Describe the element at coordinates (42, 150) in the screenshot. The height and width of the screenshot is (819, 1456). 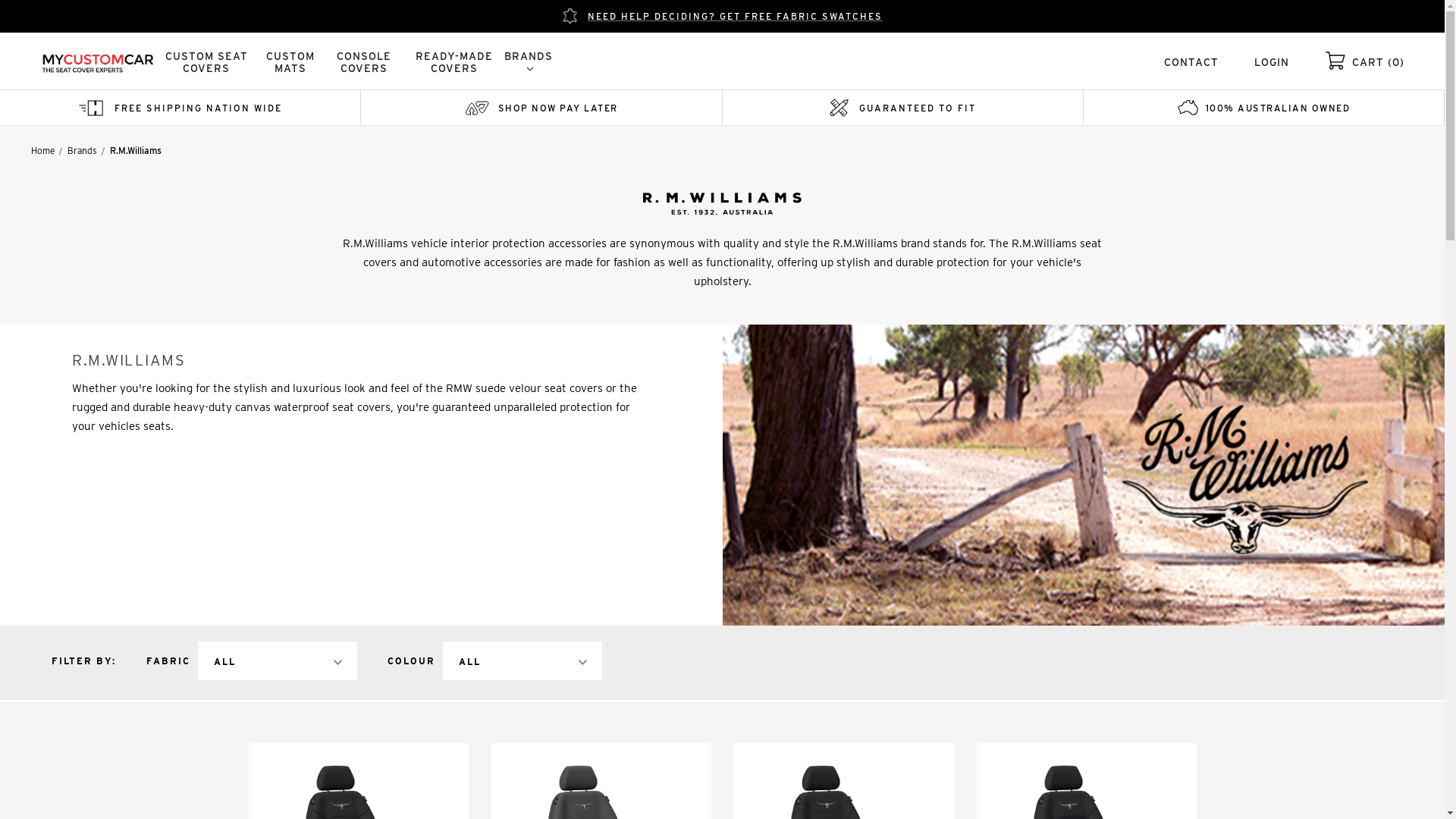
I see `'Home'` at that location.